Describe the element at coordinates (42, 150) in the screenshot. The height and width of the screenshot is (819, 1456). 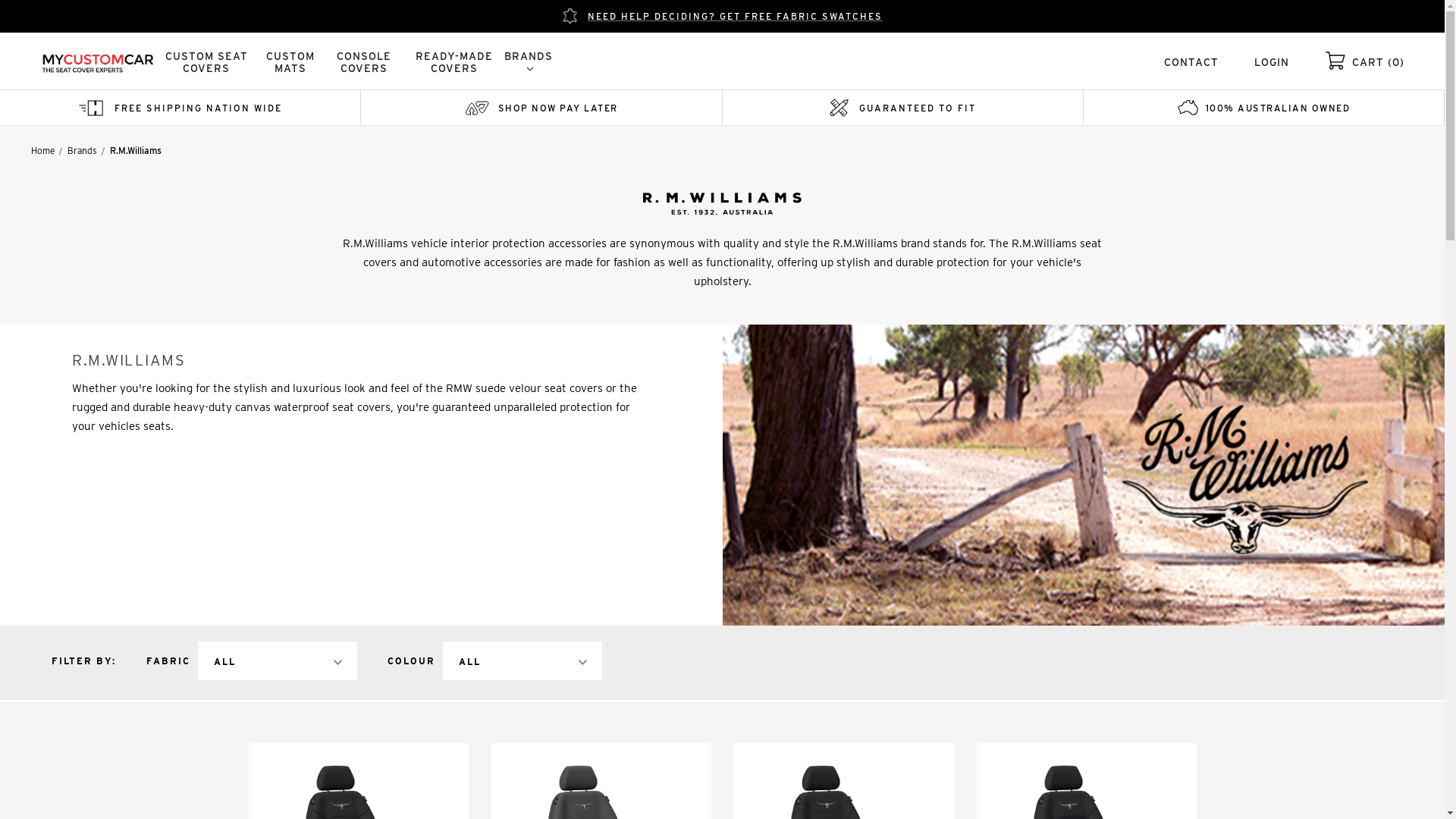
I see `'Home'` at that location.